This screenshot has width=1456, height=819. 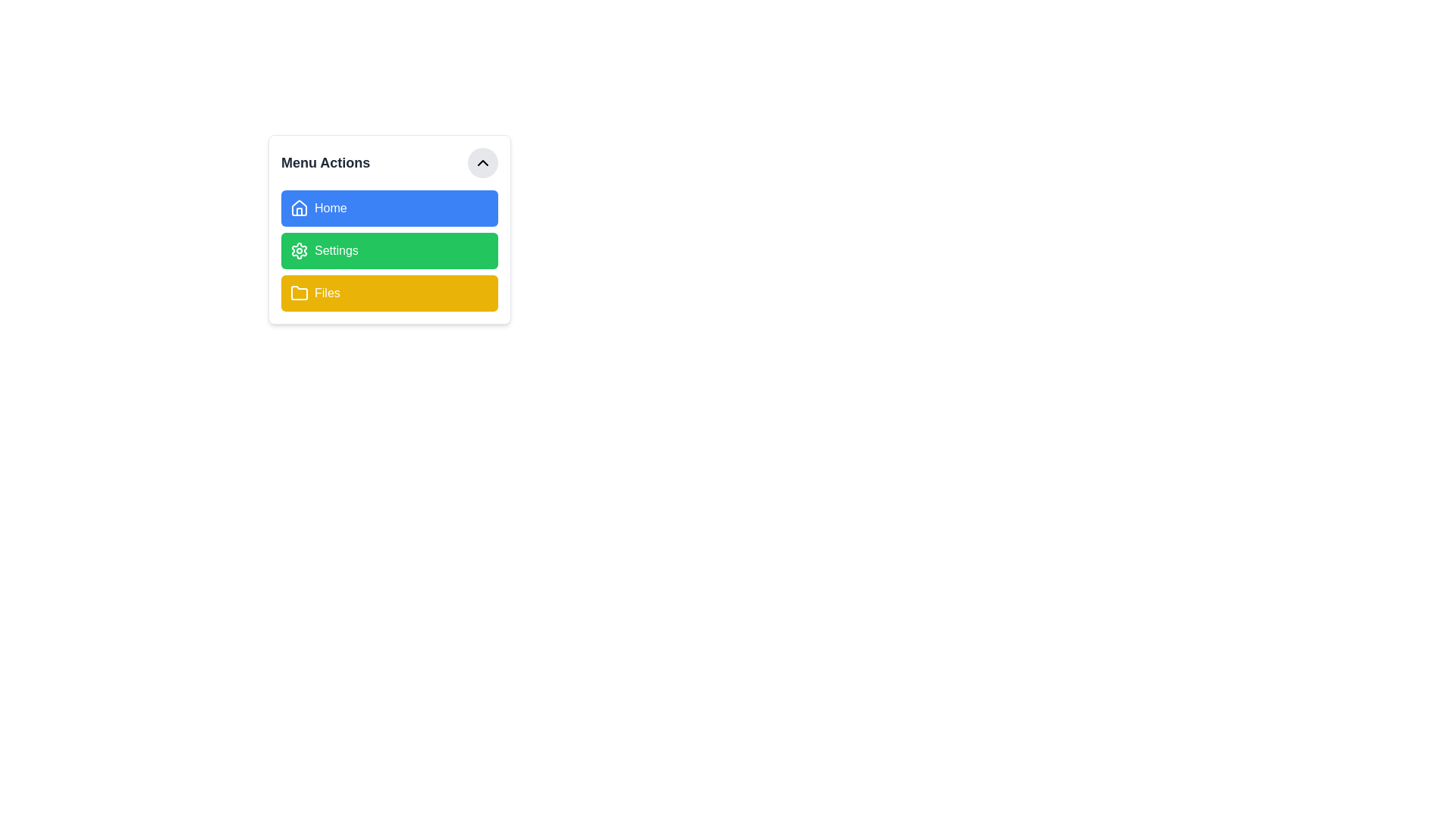 What do you see at coordinates (389, 293) in the screenshot?
I see `the 'Files' button, which is the third and bottommost button in a vertical stack of three buttons, located below the 'Settings' button` at bounding box center [389, 293].